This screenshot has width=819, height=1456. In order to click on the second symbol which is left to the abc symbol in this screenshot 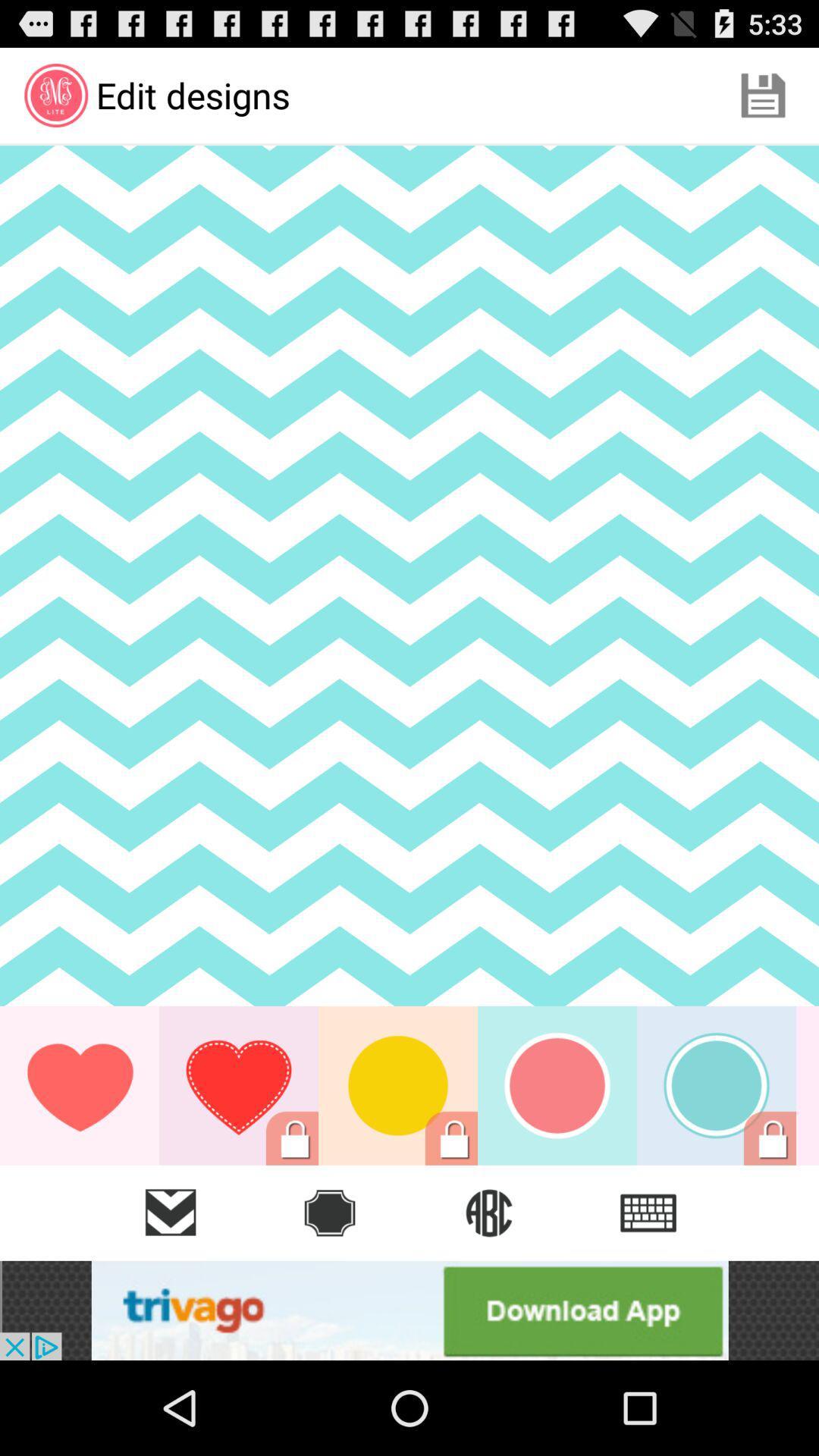, I will do `click(329, 1212)`.